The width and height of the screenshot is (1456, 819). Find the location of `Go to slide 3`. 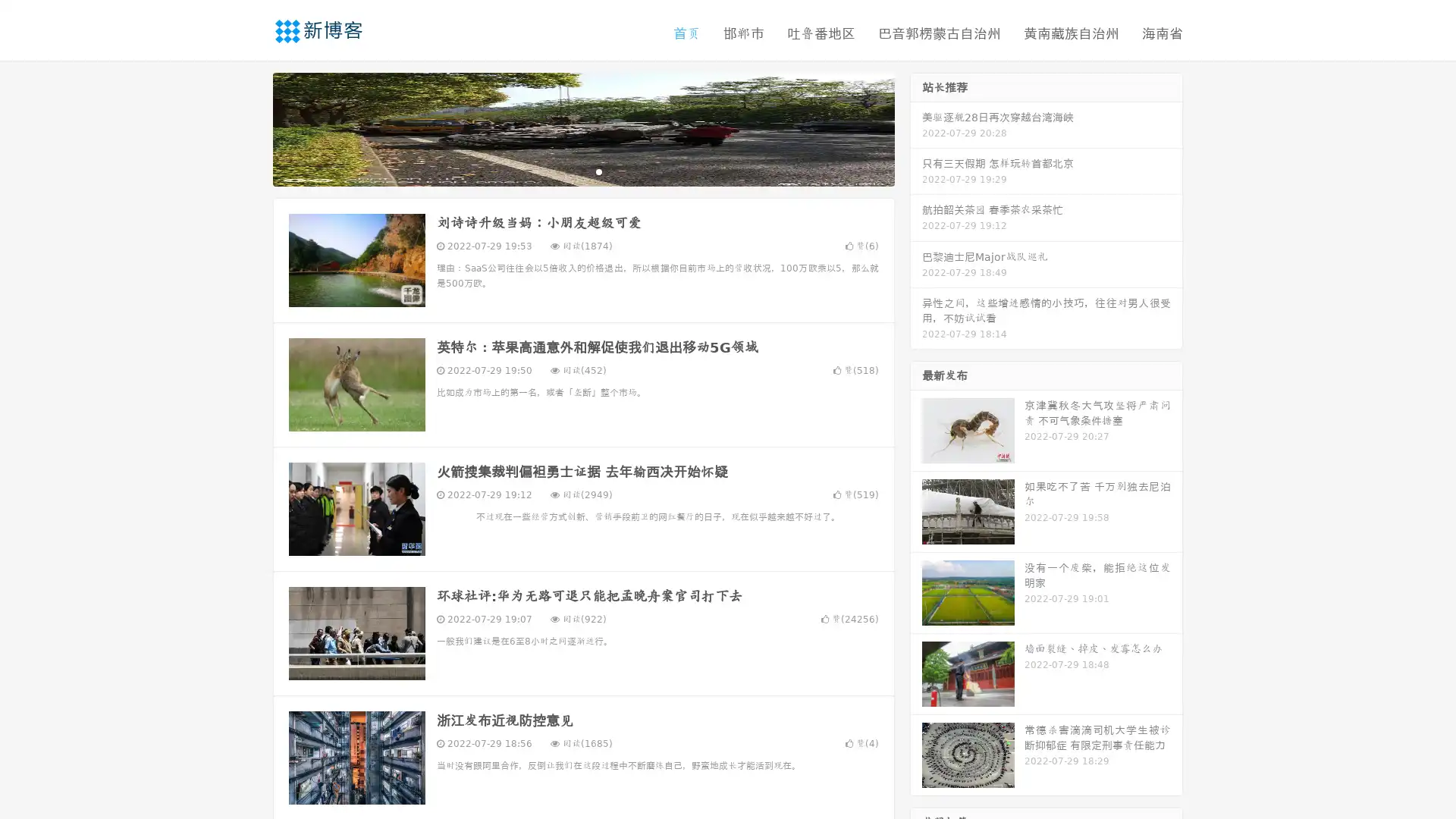

Go to slide 3 is located at coordinates (598, 171).